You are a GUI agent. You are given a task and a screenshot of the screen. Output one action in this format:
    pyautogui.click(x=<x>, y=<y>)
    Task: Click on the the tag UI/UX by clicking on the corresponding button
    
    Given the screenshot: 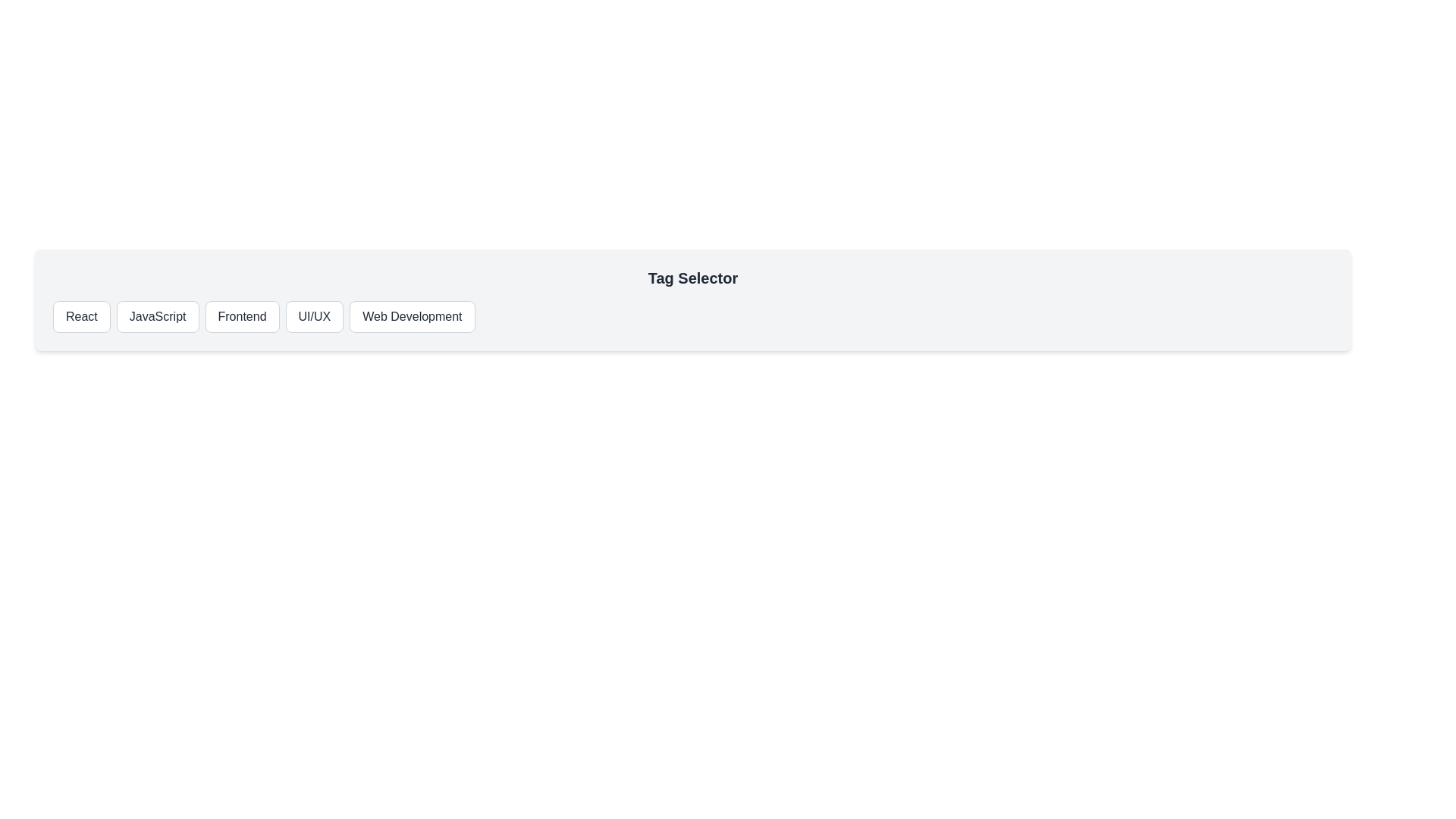 What is the action you would take?
    pyautogui.click(x=312, y=315)
    